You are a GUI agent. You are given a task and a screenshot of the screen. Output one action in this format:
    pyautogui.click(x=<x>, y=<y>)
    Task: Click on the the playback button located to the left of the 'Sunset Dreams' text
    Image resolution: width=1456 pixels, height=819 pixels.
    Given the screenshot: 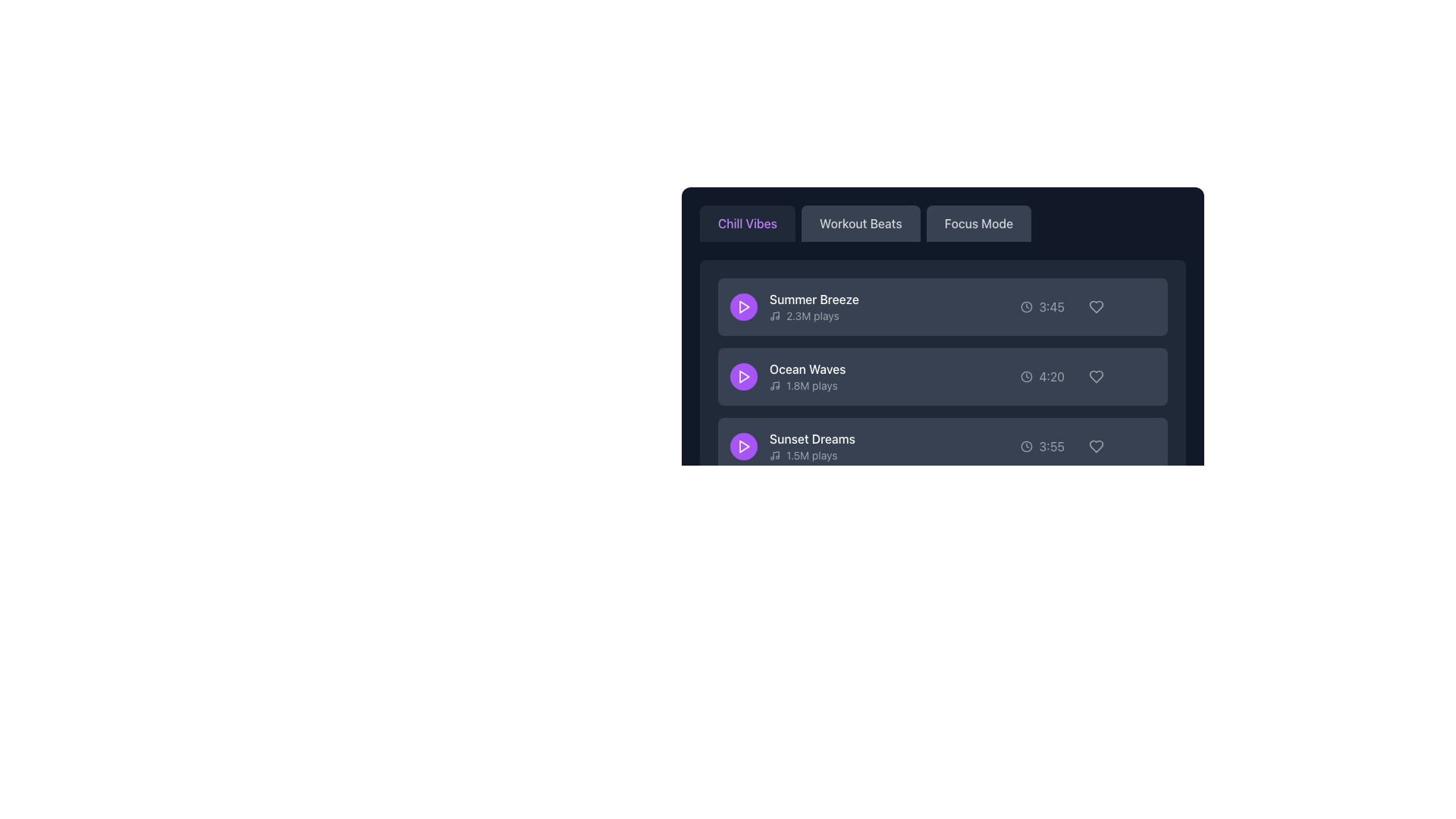 What is the action you would take?
    pyautogui.click(x=743, y=446)
    